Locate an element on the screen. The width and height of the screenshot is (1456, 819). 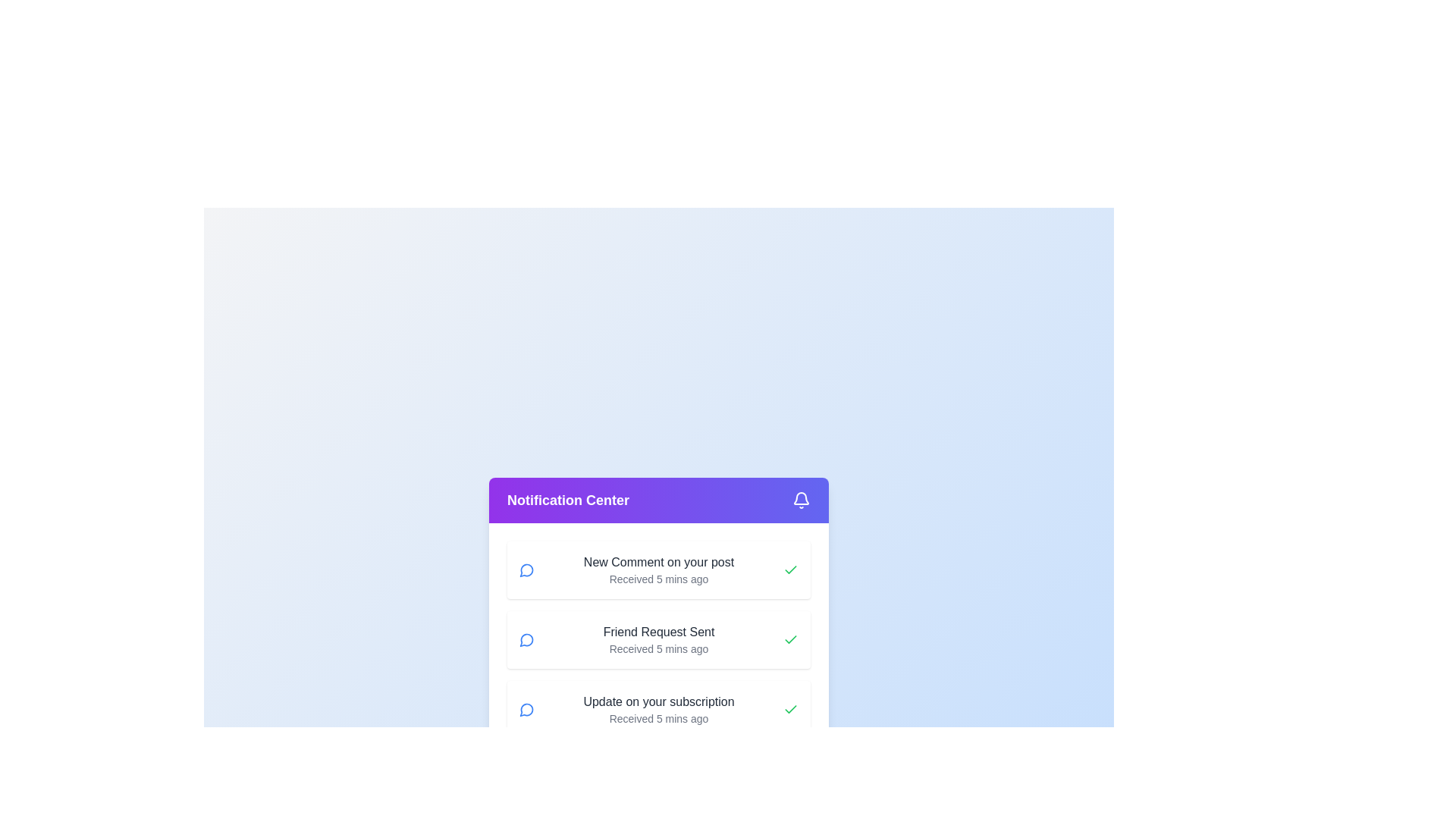
the icon that represents a new comment notification, positioned on the leftmost side of the first notification entry in the Notification Center is located at coordinates (527, 570).